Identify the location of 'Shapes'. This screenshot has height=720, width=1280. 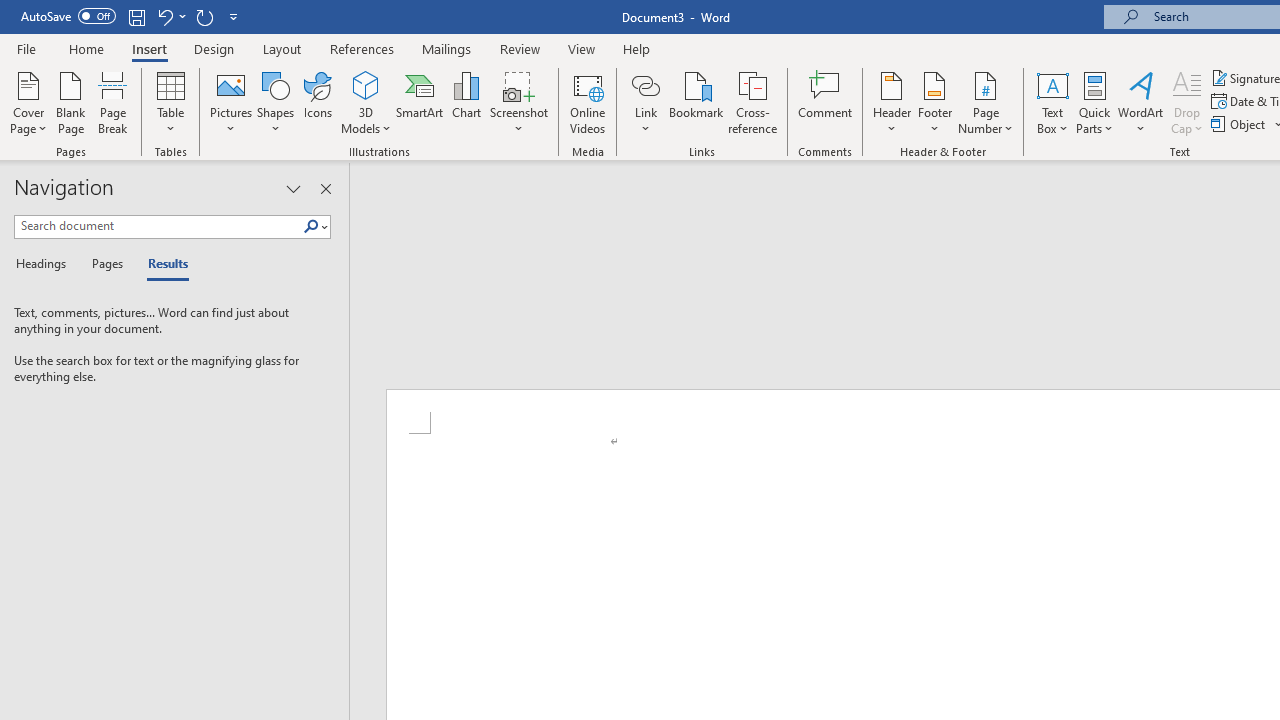
(274, 103).